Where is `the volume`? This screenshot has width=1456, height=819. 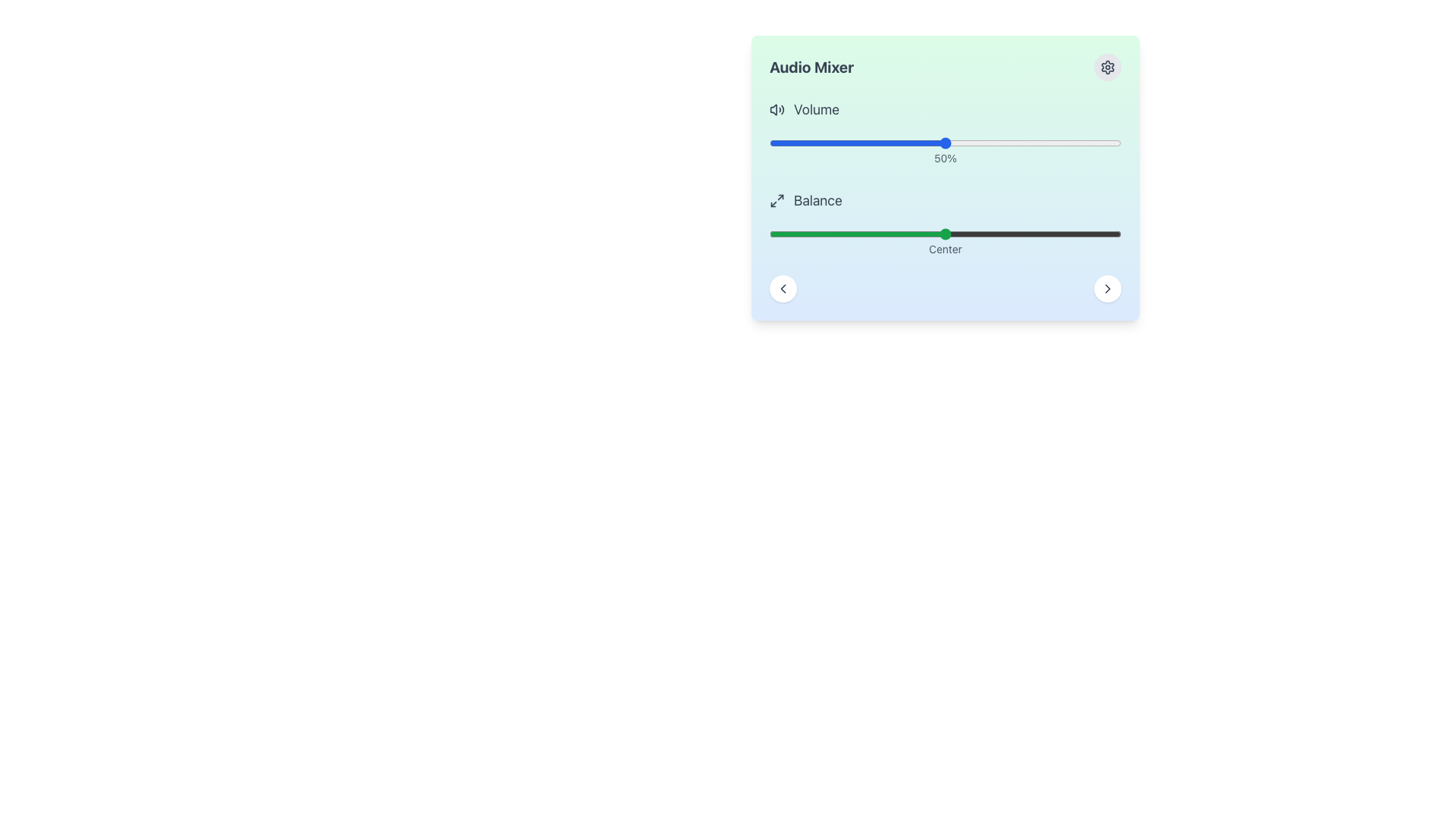 the volume is located at coordinates (1005, 143).